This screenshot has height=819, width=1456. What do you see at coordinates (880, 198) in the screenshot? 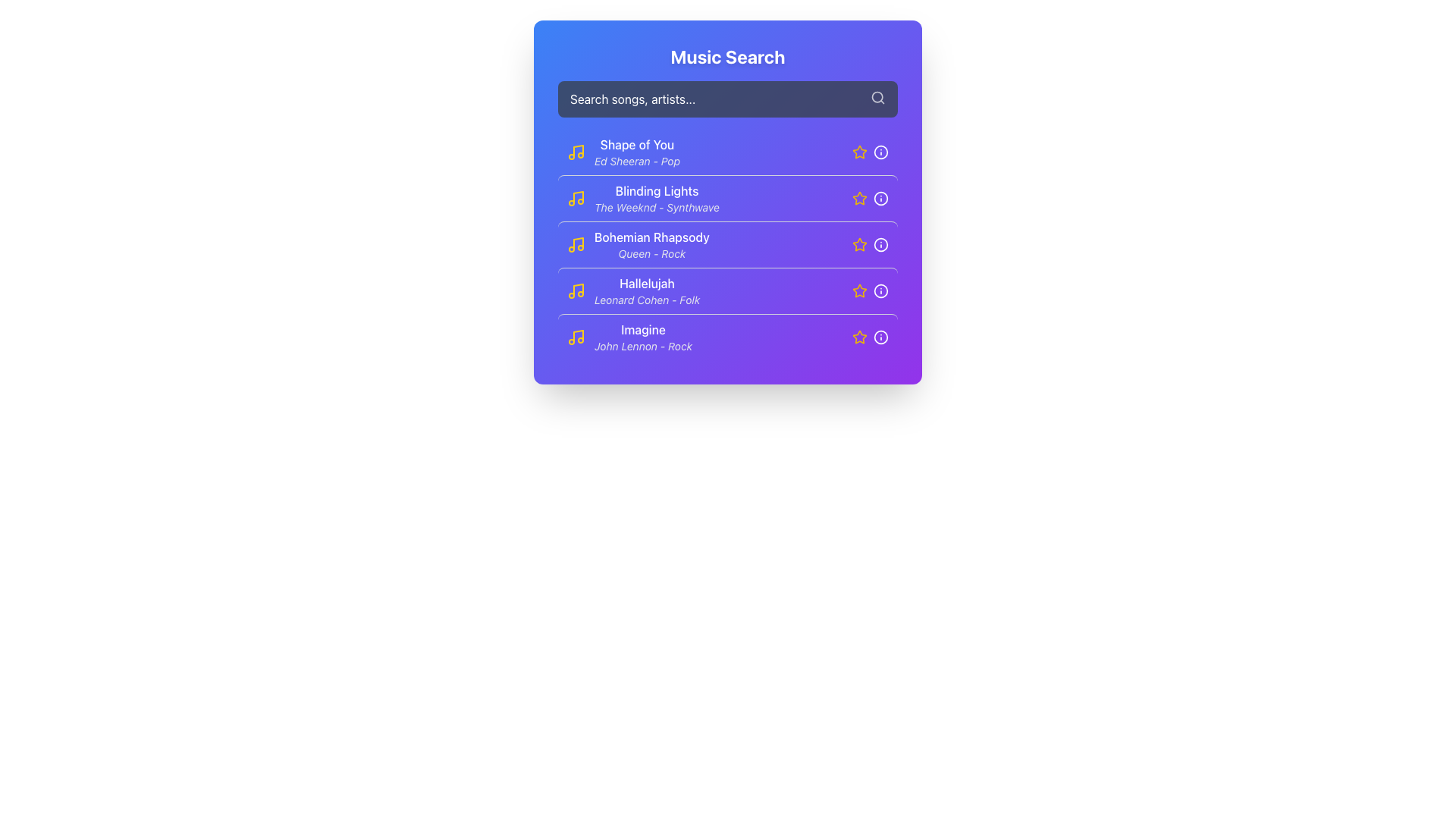
I see `the SVG Circle that visually represents an 'information' icon, located in the rightmost region of the second row next to the star icon for the 'Blinding Lights' entry` at bounding box center [880, 198].